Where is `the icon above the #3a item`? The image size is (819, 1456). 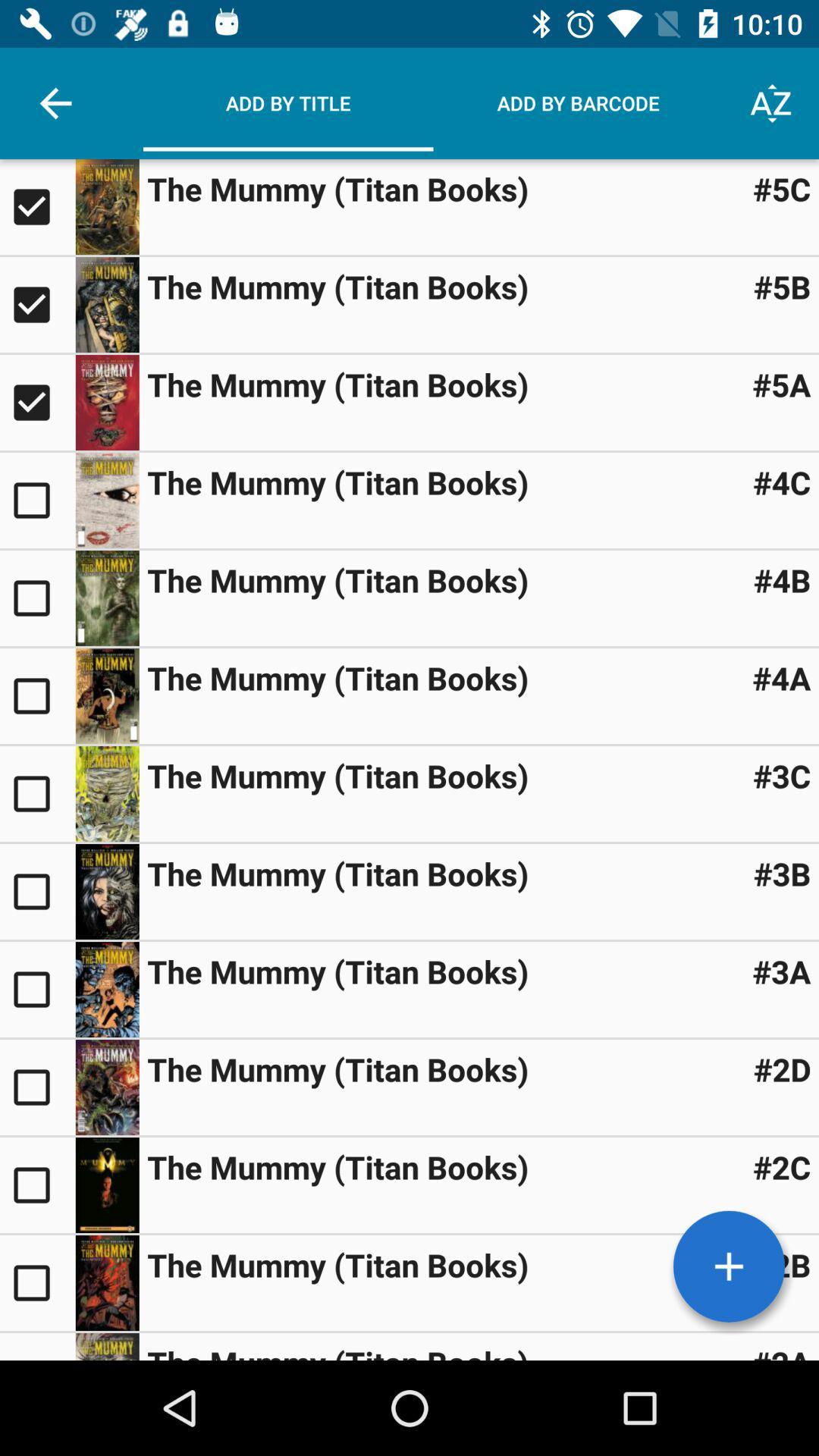 the icon above the #3a item is located at coordinates (782, 874).